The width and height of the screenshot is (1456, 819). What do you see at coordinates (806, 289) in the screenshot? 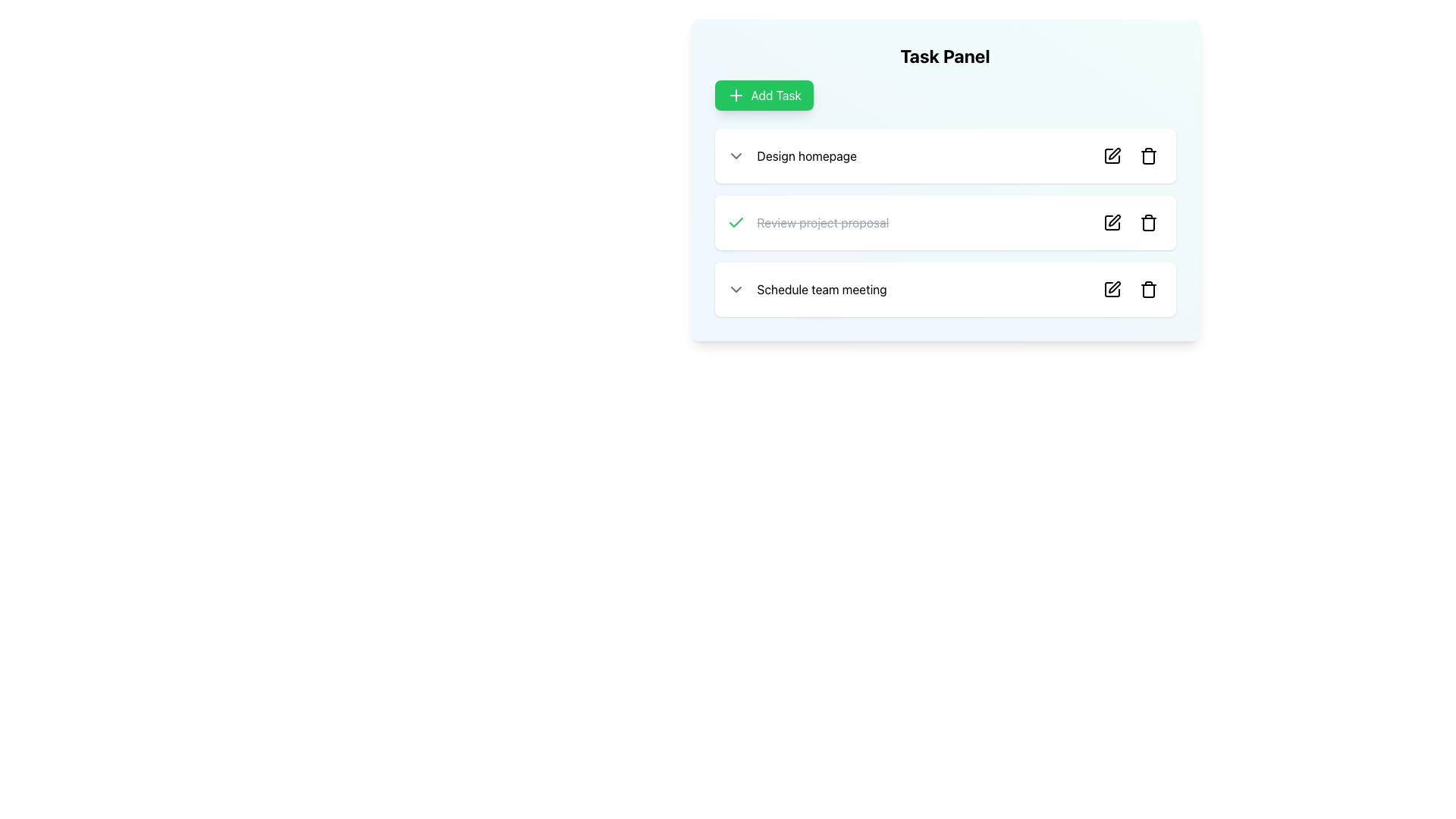
I see `the list item labeled 'Schedule team meeting'` at bounding box center [806, 289].